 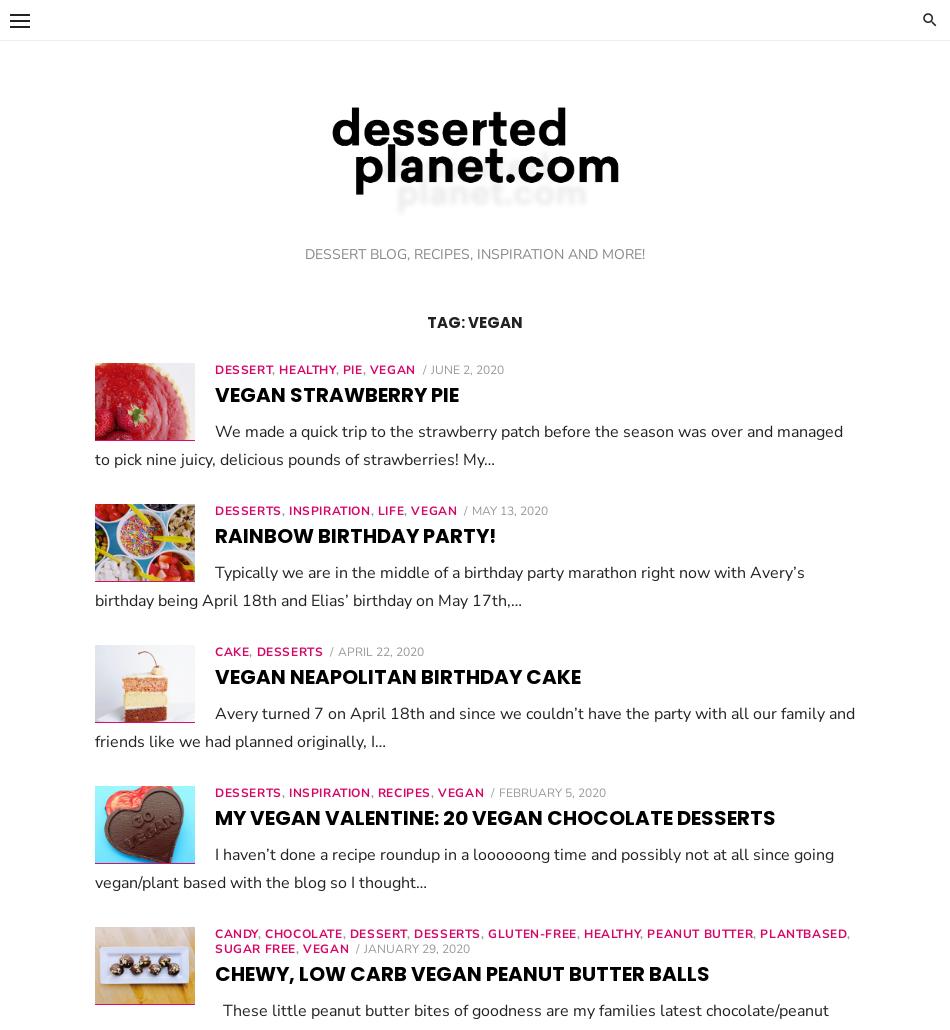 I want to click on 'Vegan Neapolitan Birthday Cake', so click(x=396, y=676).